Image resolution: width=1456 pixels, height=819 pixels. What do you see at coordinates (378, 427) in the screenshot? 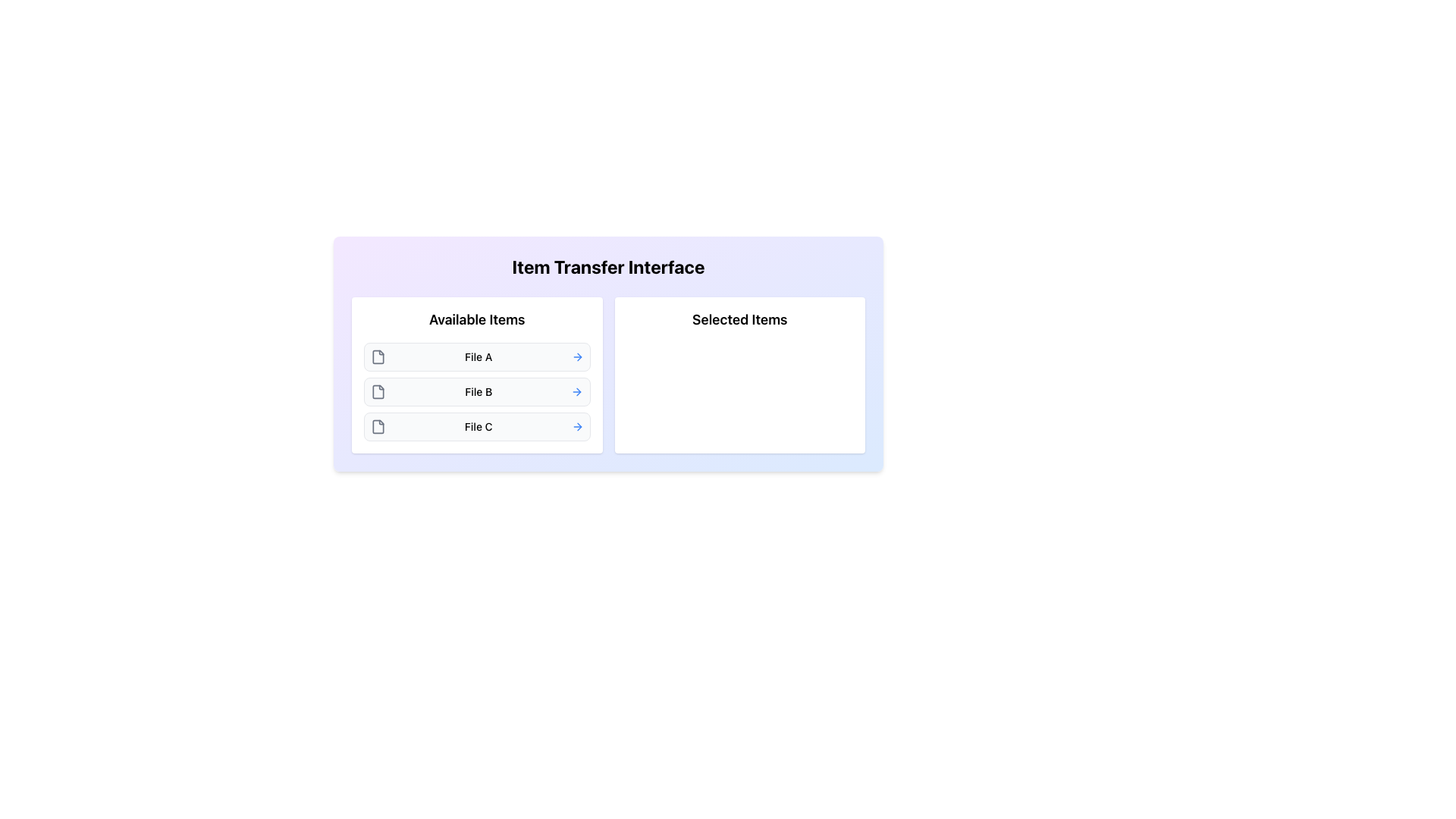
I see `the file icon representing 'File C', which is the third item in the vertical stack under the 'Available Items' section` at bounding box center [378, 427].